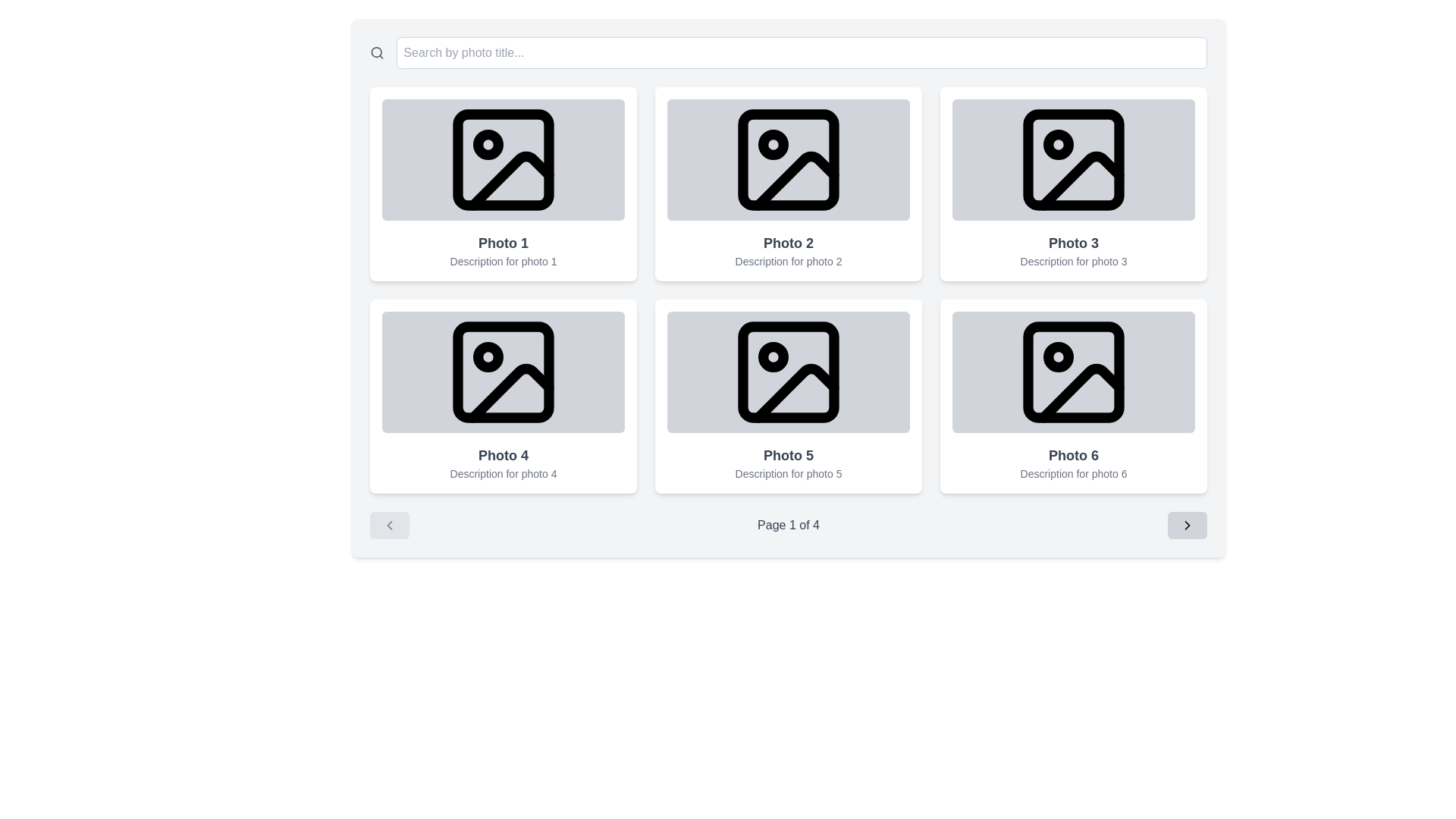  I want to click on the Content card displaying 'Photo 3', so click(1073, 184).